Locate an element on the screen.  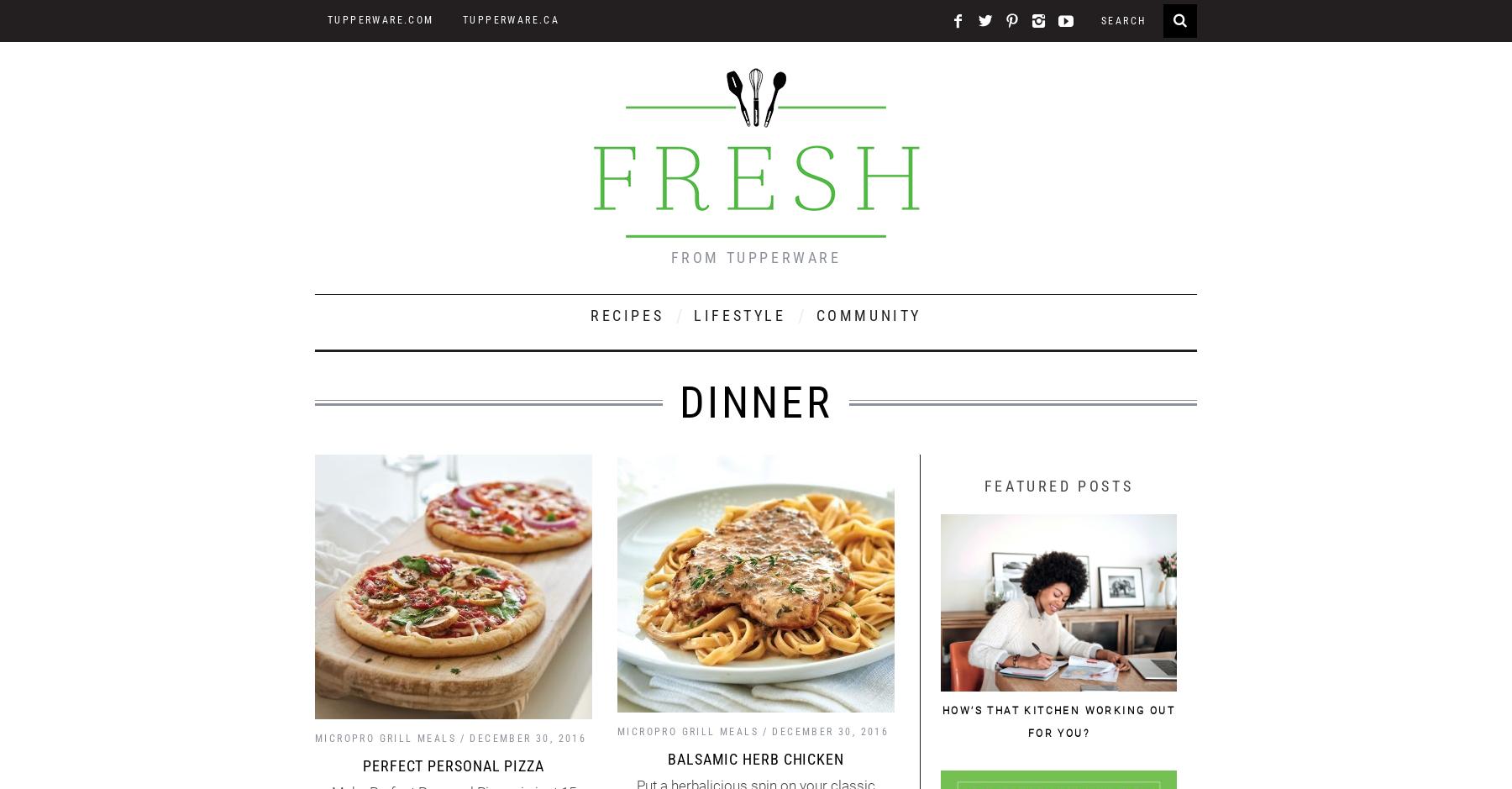
'Balsamic Herb Chicken' is located at coordinates (755, 759).